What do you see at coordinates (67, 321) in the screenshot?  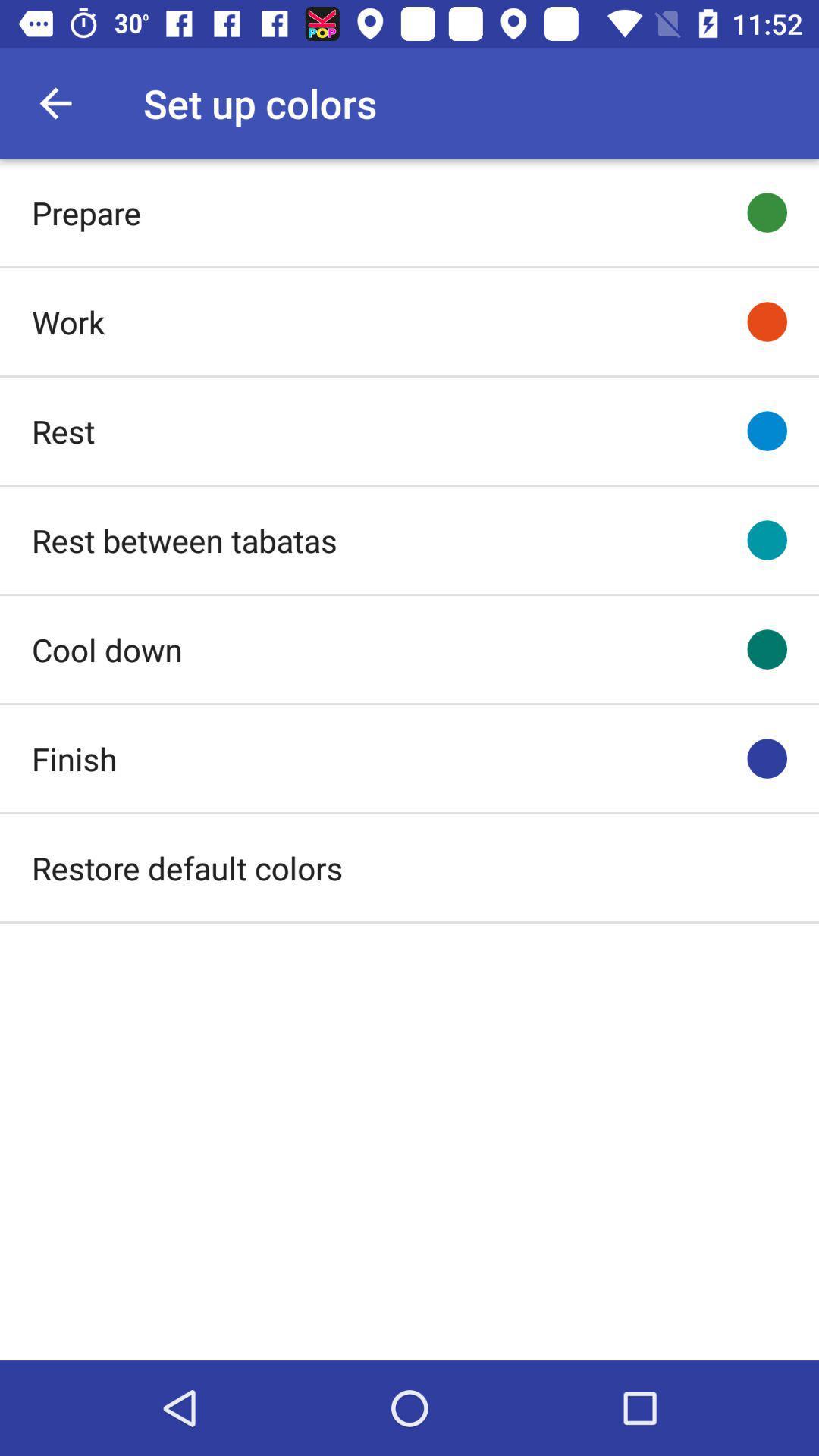 I see `the item below prepare item` at bounding box center [67, 321].